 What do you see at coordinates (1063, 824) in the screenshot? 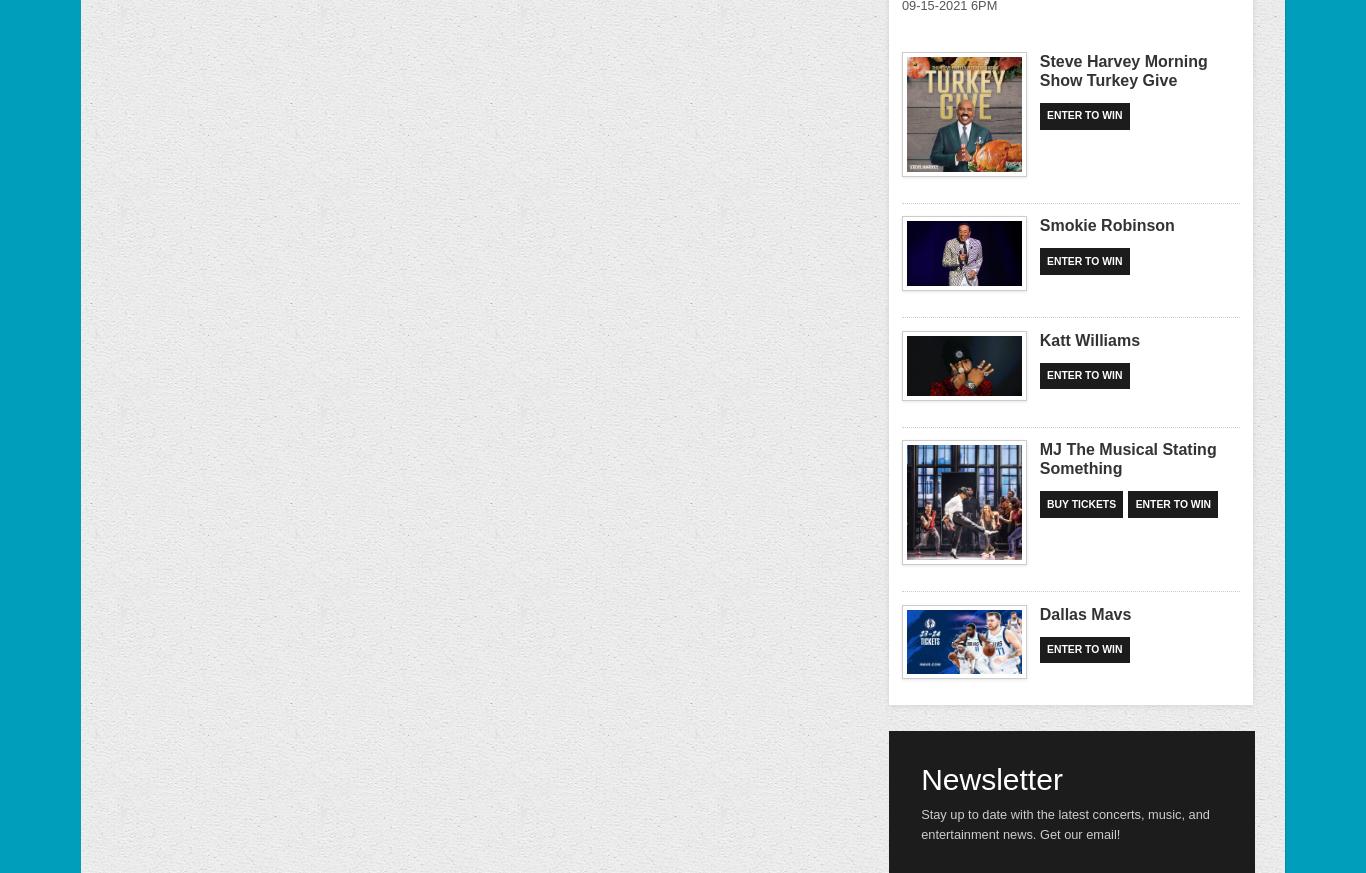
I see `'Stay up to date with the latest concerts, music, and entertainment news.'` at bounding box center [1063, 824].